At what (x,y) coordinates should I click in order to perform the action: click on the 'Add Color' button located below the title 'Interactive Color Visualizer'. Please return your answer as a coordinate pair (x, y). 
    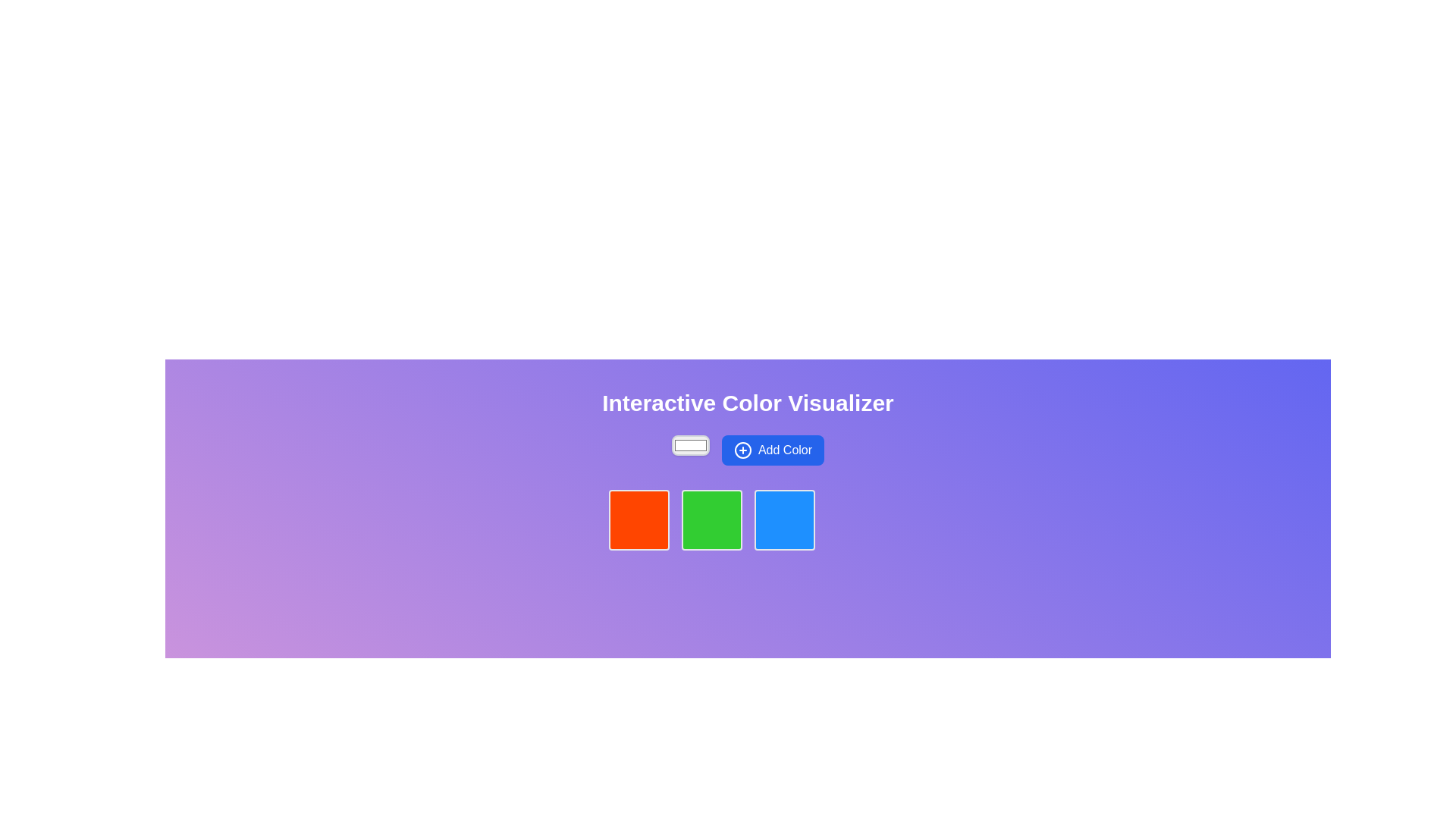
    Looking at the image, I should click on (748, 450).